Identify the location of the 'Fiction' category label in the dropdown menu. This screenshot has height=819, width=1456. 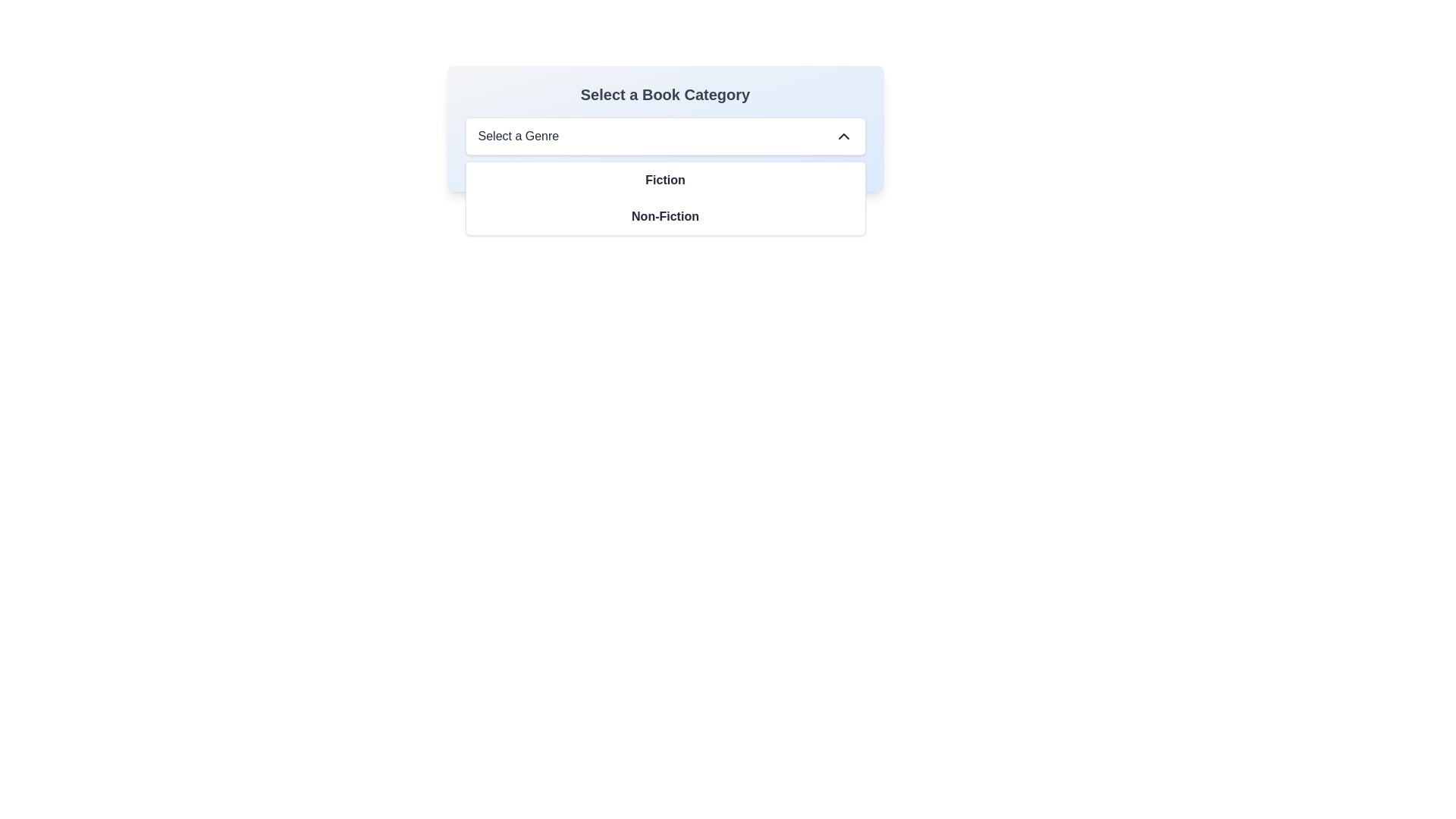
(665, 180).